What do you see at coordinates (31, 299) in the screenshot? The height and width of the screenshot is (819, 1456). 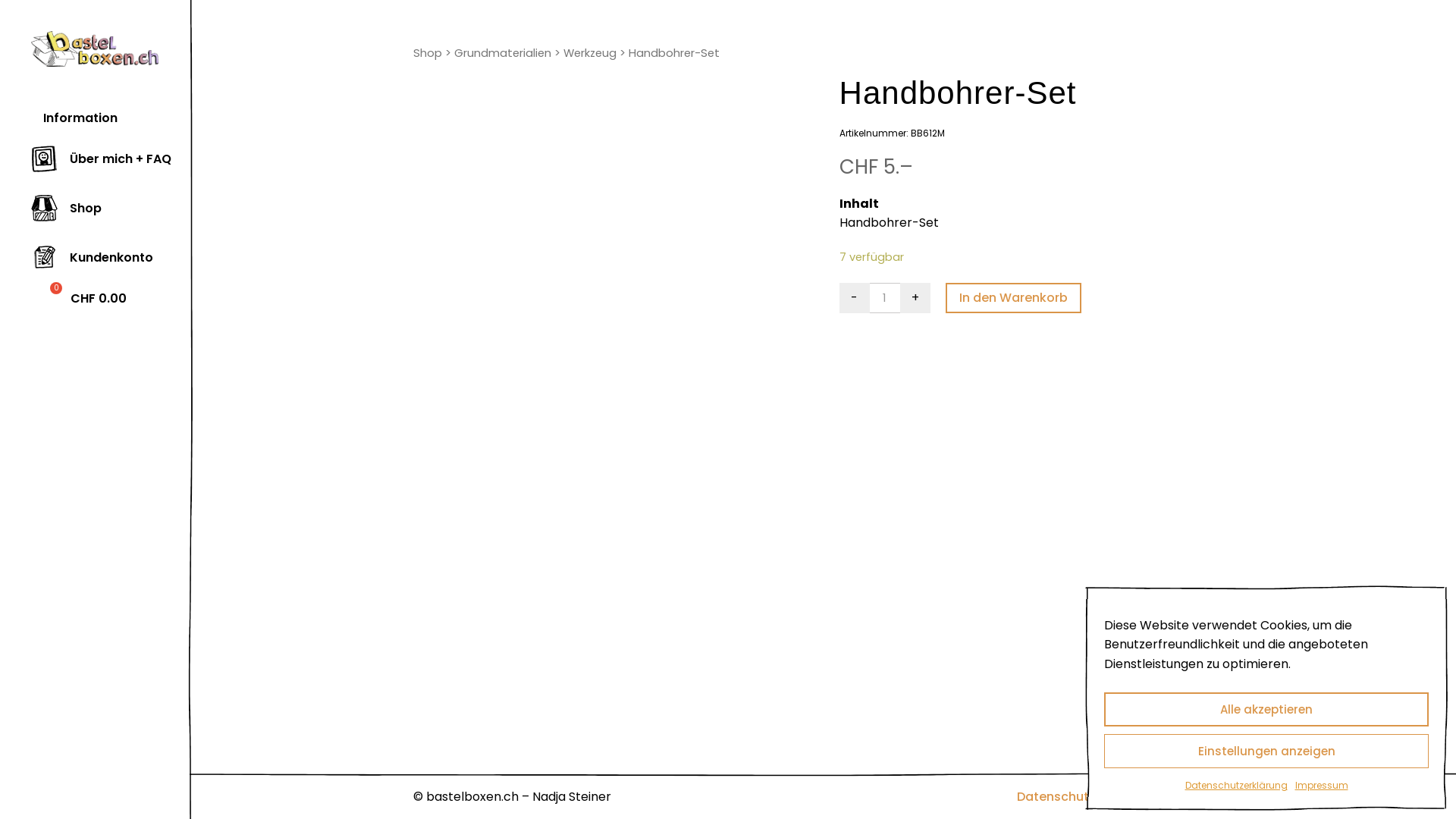 I see `'CHF 0.00'` at bounding box center [31, 299].